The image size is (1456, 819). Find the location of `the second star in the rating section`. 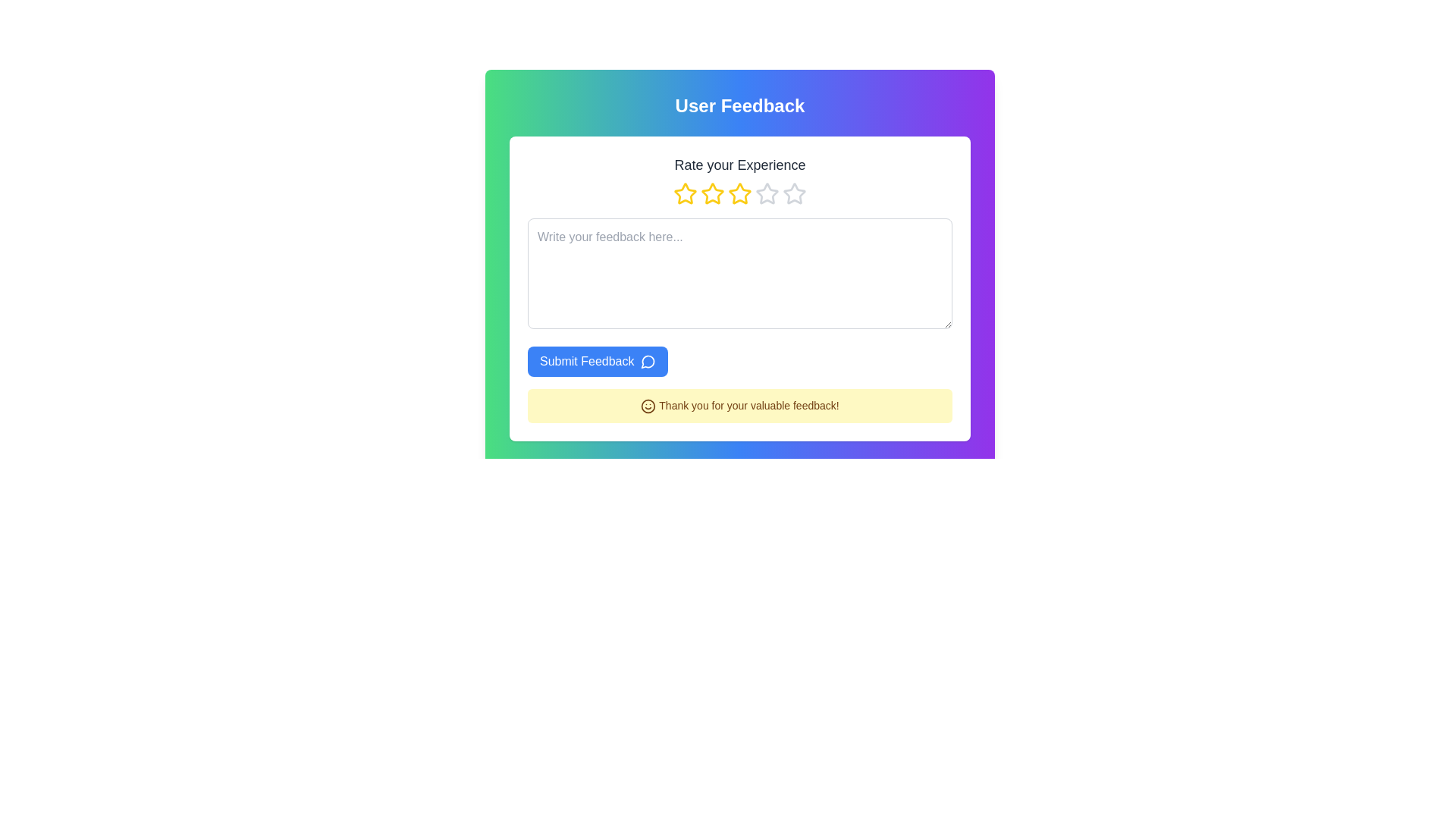

the second star in the rating section is located at coordinates (684, 193).